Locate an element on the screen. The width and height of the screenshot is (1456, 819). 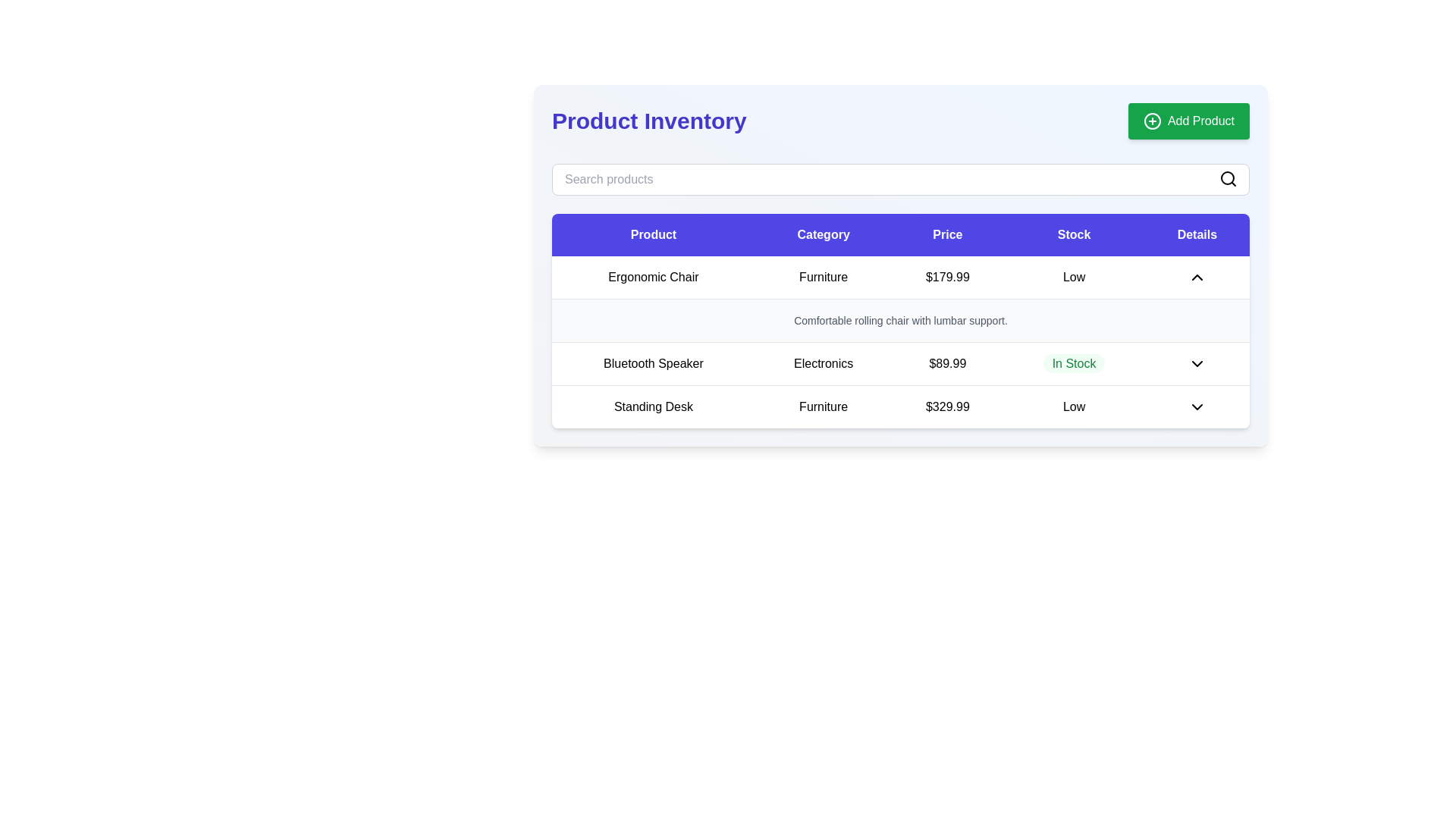
the text label representing the category assignment is located at coordinates (823, 278).